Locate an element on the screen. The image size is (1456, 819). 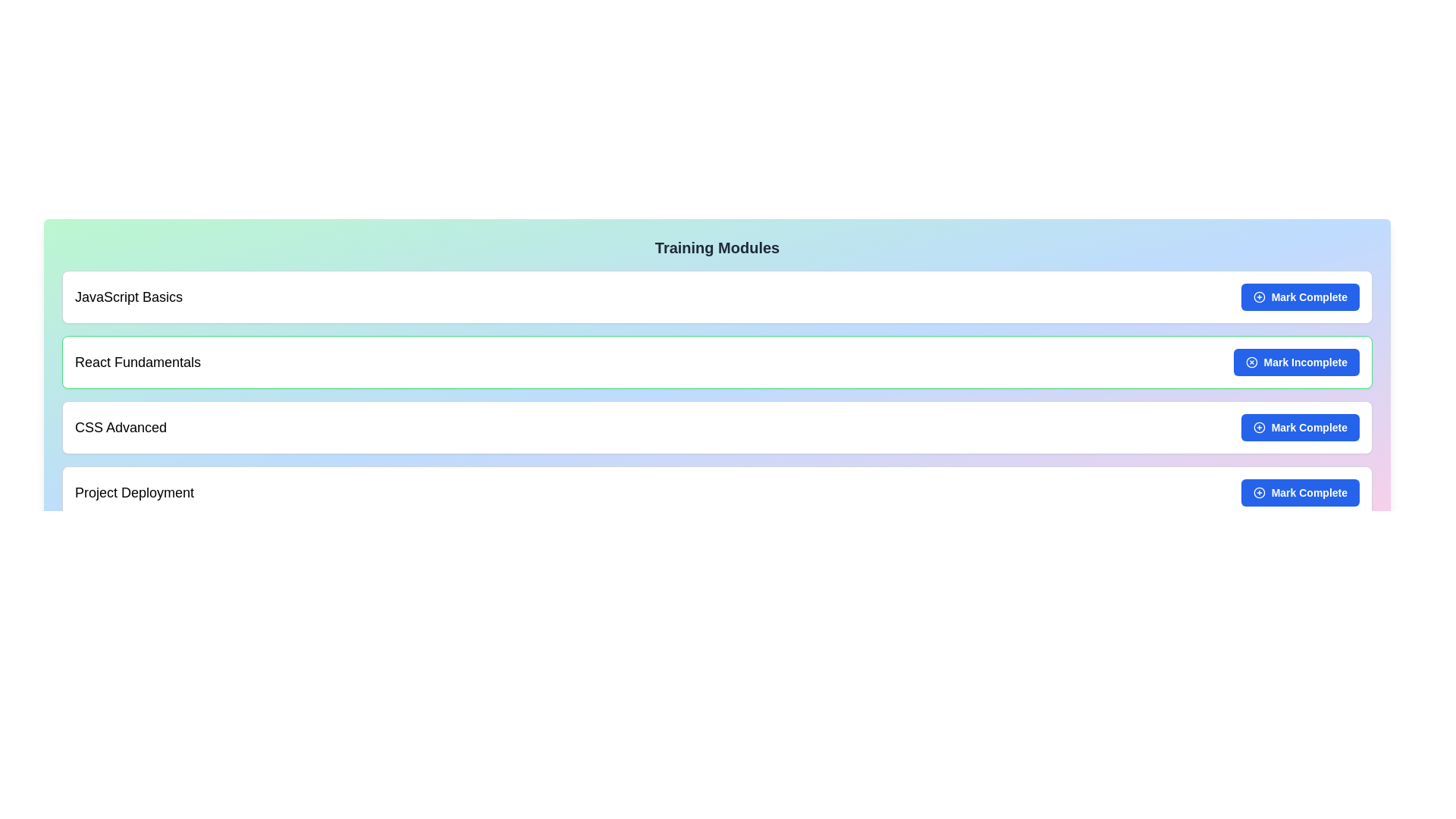
the module named 'React Fundamentals' which is represented as a horizontal bar with a green border and contains the button 'Mark Incomplete' is located at coordinates (716, 362).